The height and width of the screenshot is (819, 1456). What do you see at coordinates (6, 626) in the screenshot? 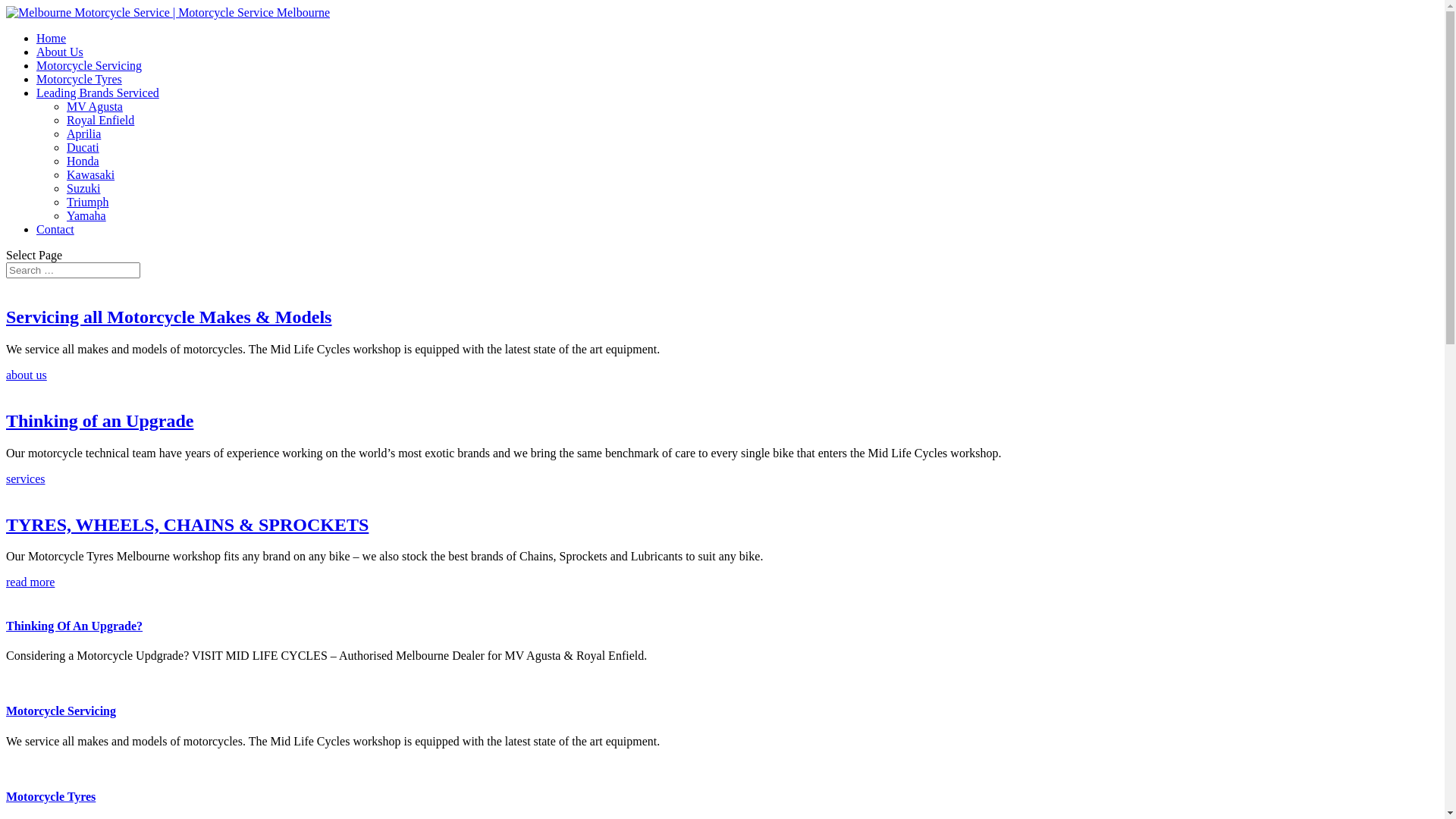
I see `'Thinking Of An Upgrade?'` at bounding box center [6, 626].